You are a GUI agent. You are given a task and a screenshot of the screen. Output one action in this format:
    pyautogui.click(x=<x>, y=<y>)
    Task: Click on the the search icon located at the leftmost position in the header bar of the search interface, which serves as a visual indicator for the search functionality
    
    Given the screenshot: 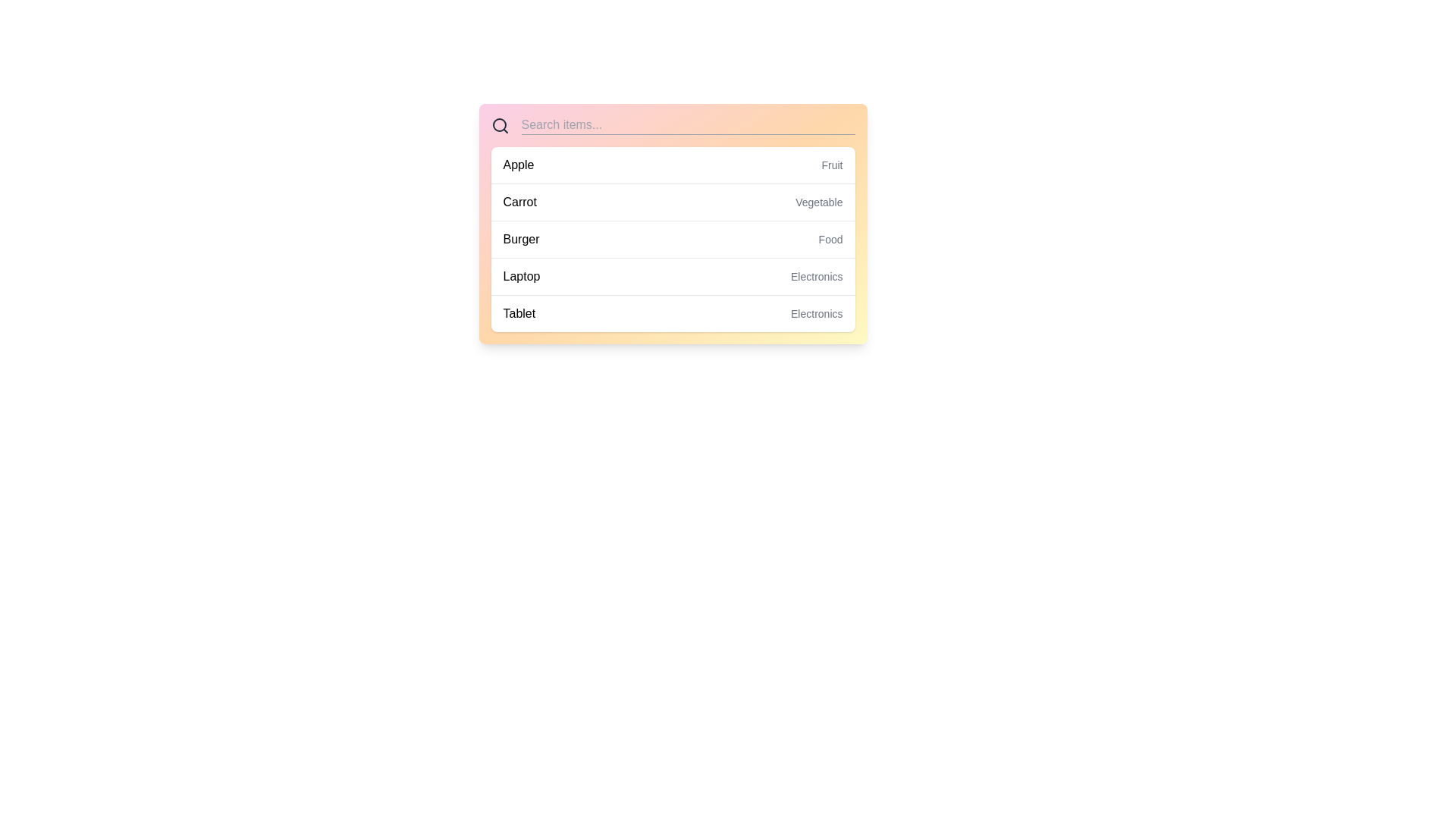 What is the action you would take?
    pyautogui.click(x=500, y=124)
    